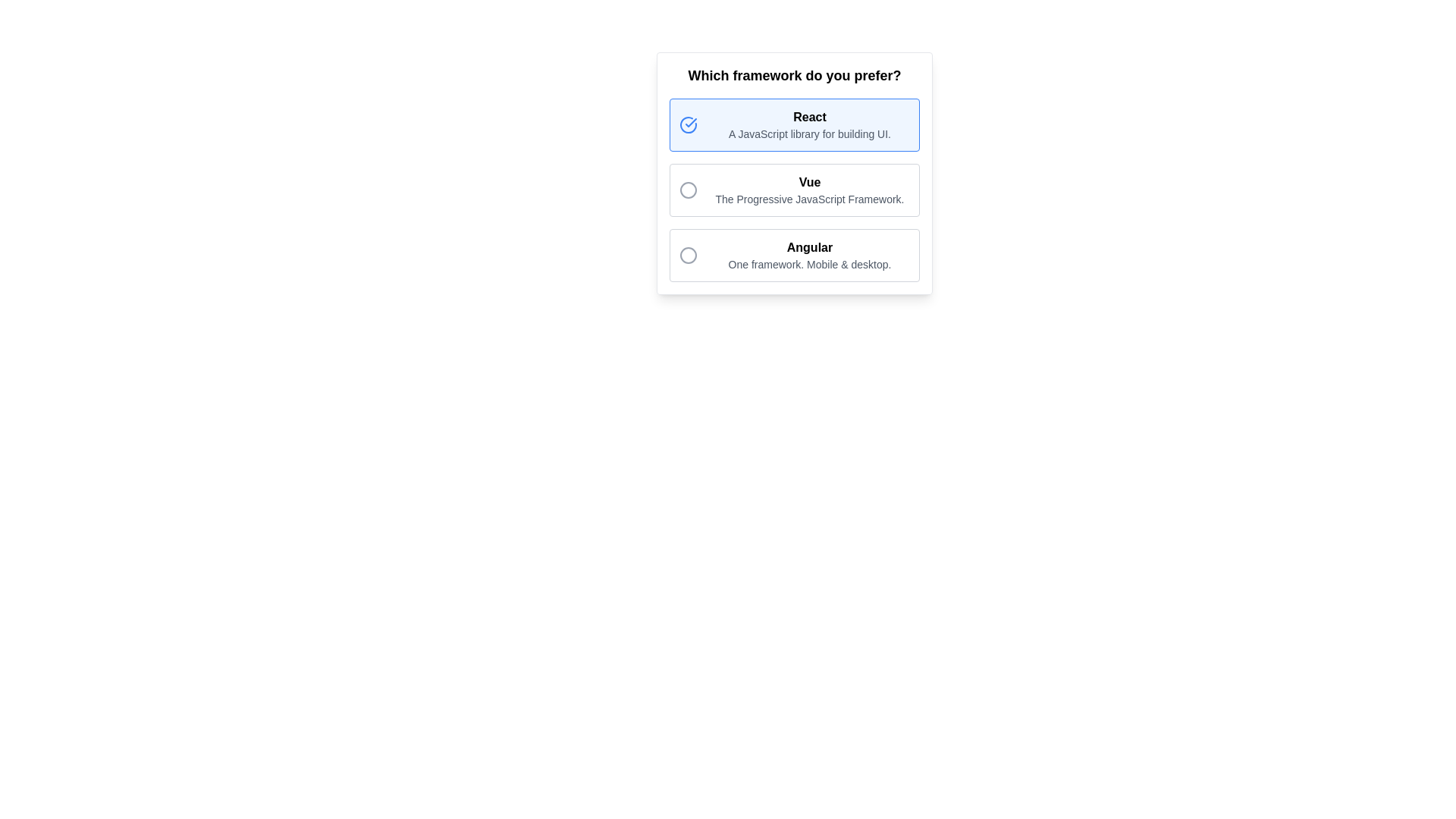 Image resolution: width=1456 pixels, height=819 pixels. What do you see at coordinates (809, 198) in the screenshot?
I see `description text label containing 'The Progressive JavaScript Framework.' located beneath the heading 'Vue'` at bounding box center [809, 198].